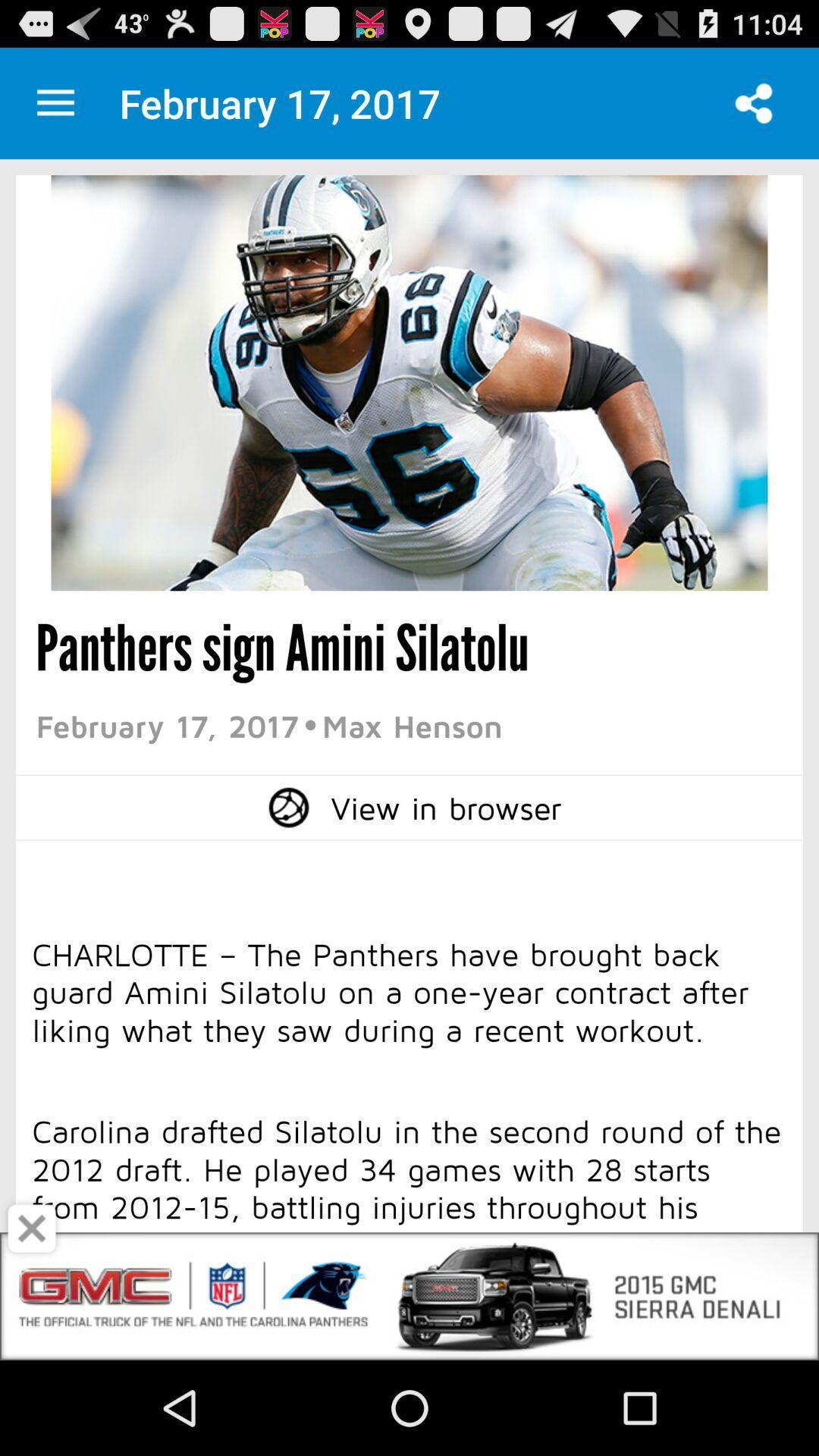 This screenshot has width=819, height=1456. I want to click on screen page, so click(409, 1110).